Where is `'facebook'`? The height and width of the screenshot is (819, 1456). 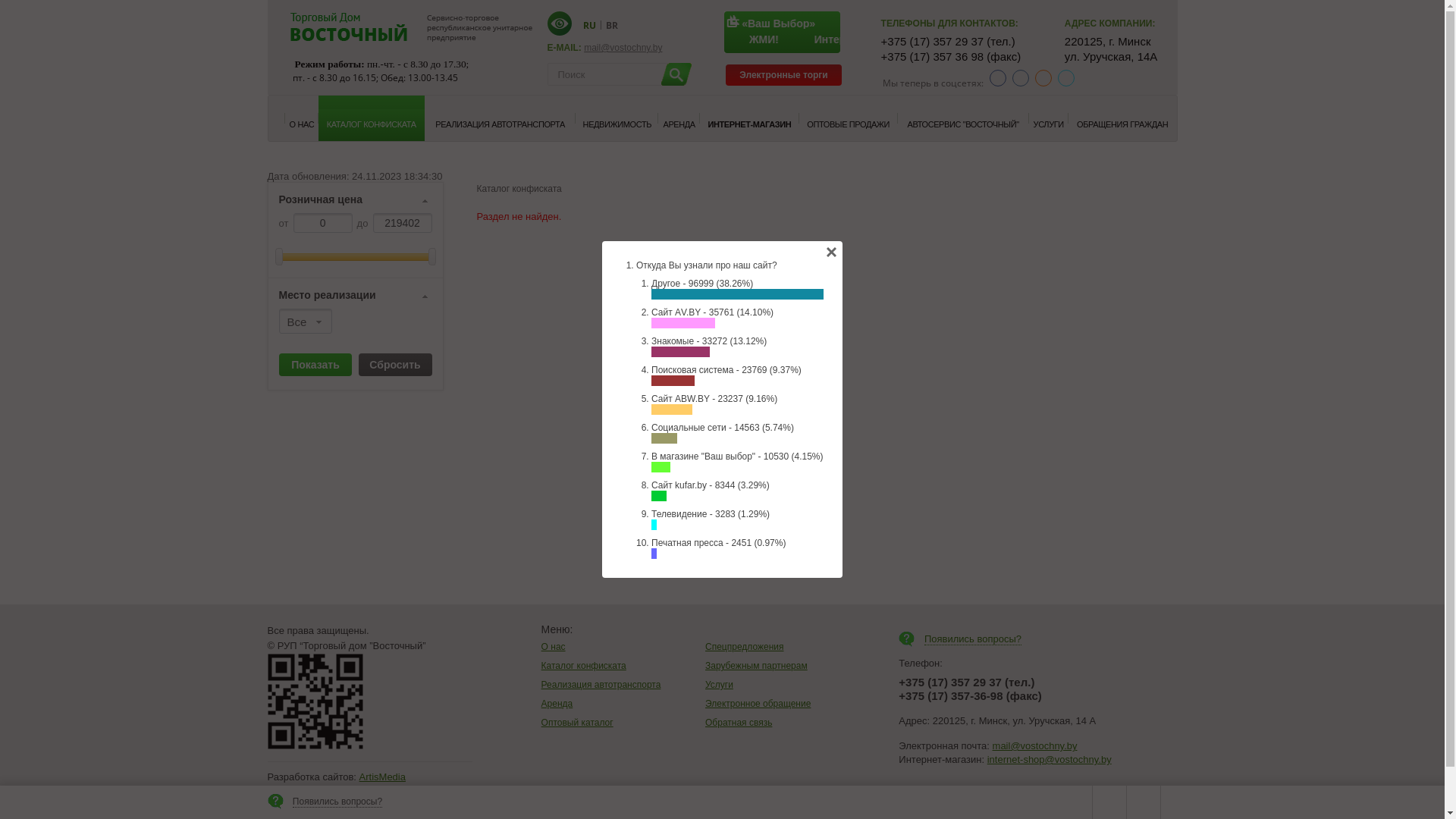 'facebook' is located at coordinates (997, 78).